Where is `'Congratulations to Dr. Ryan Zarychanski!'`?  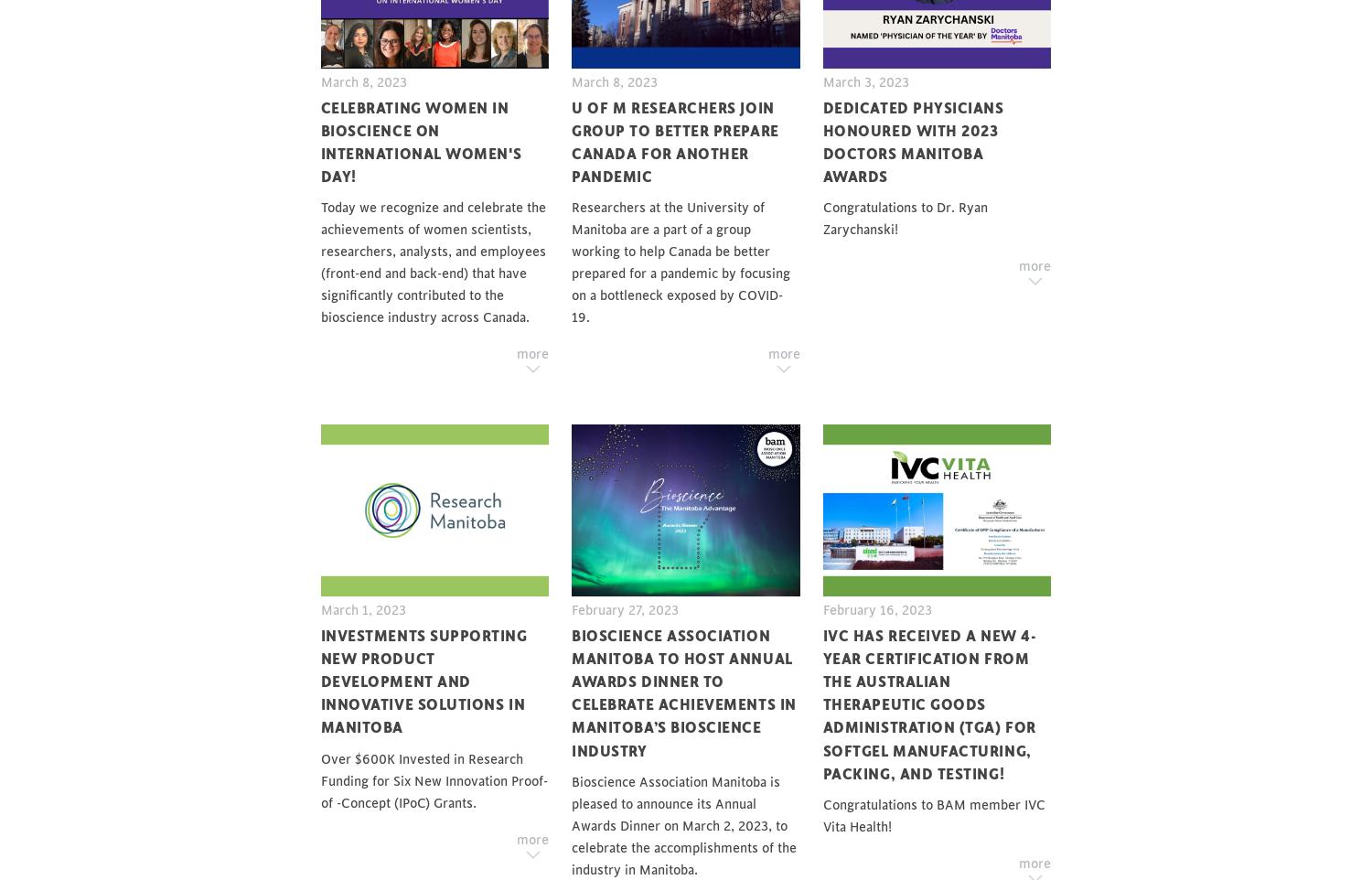 'Congratulations to Dr. Ryan Zarychanski!' is located at coordinates (821, 219).